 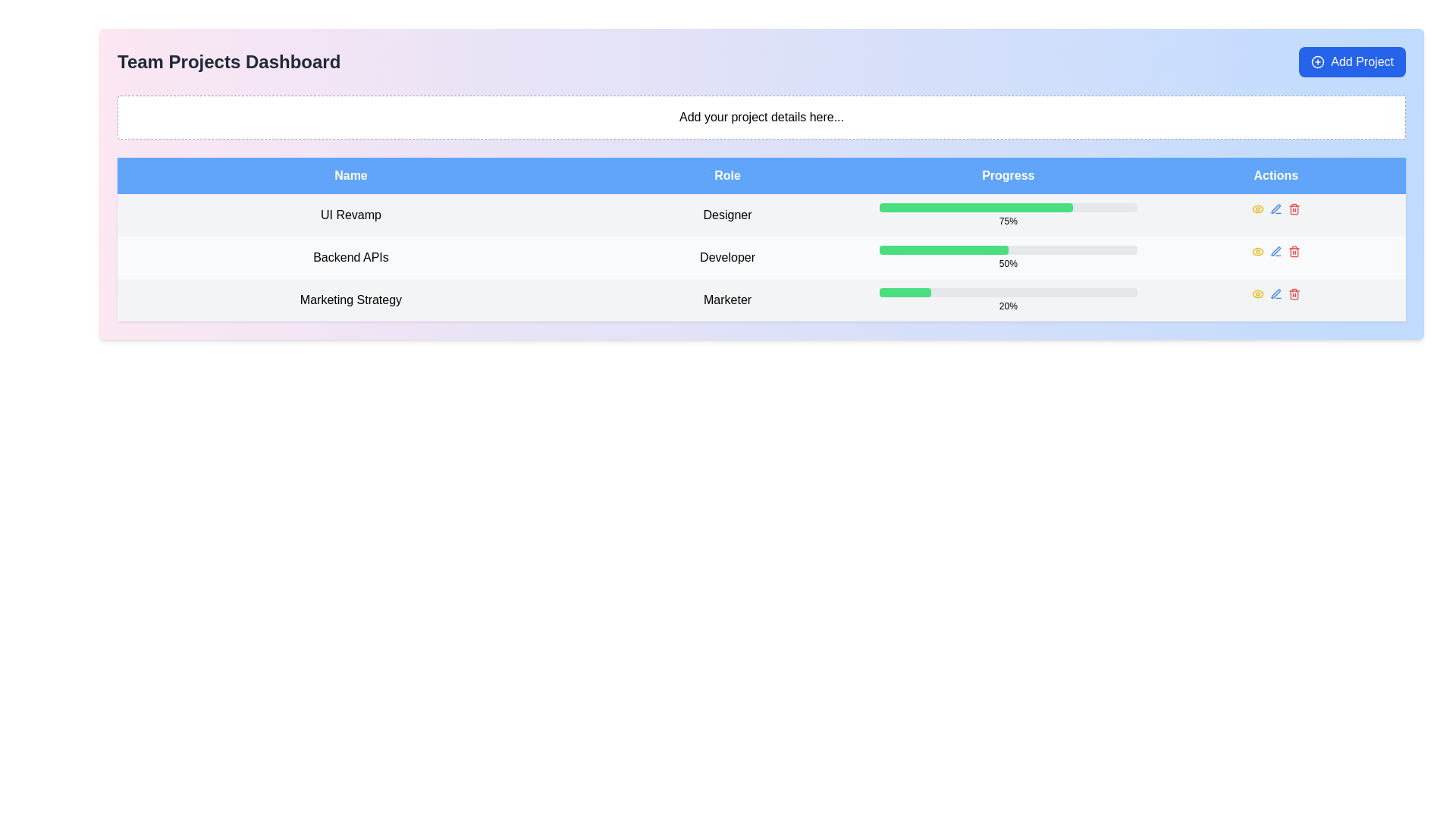 What do you see at coordinates (1275, 209) in the screenshot?
I see `the edit icon button located in the 'Actions' column of the second row labeled 'Backend APIs'` at bounding box center [1275, 209].